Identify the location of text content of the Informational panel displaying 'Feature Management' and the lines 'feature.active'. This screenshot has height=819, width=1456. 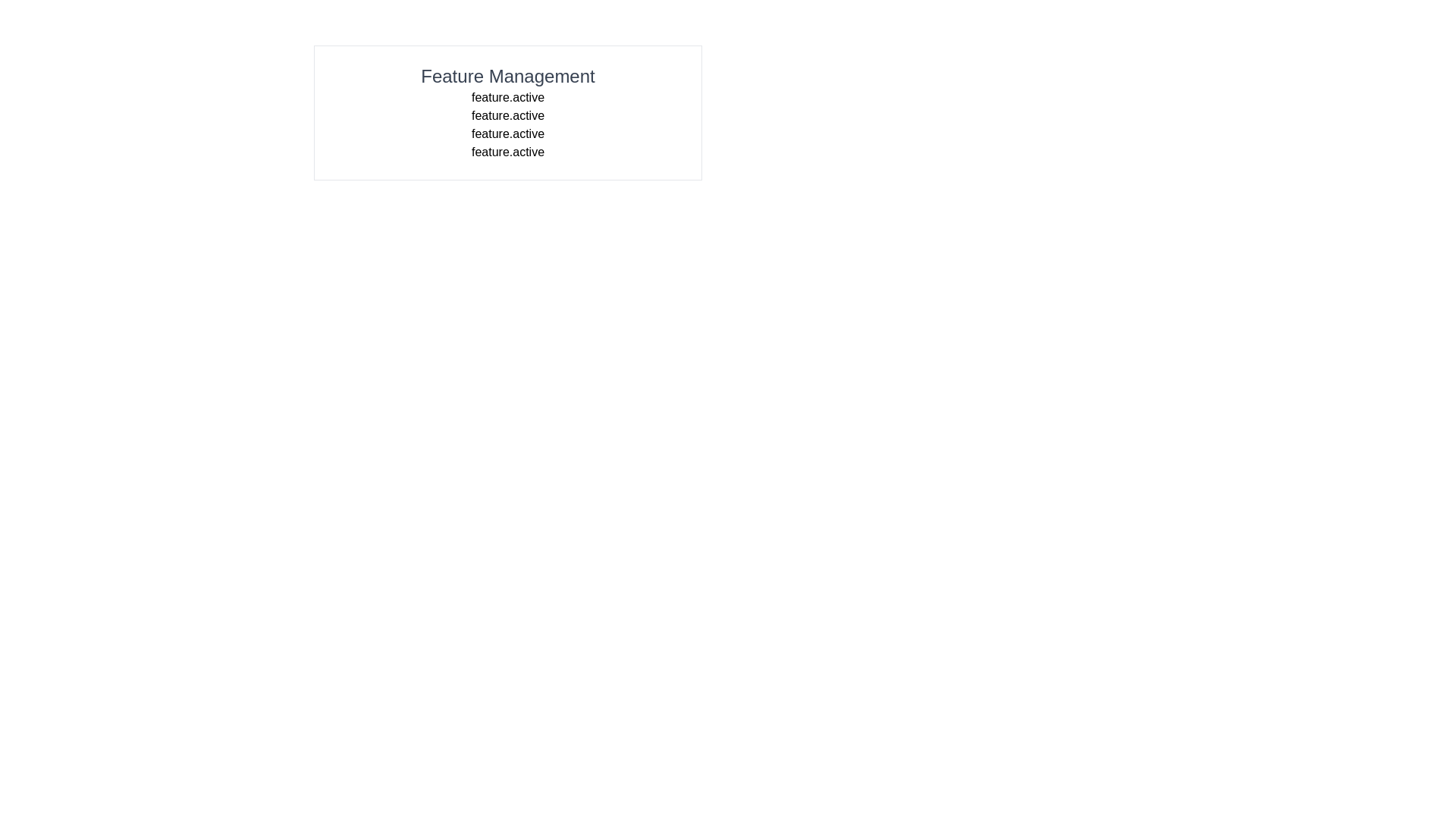
(508, 112).